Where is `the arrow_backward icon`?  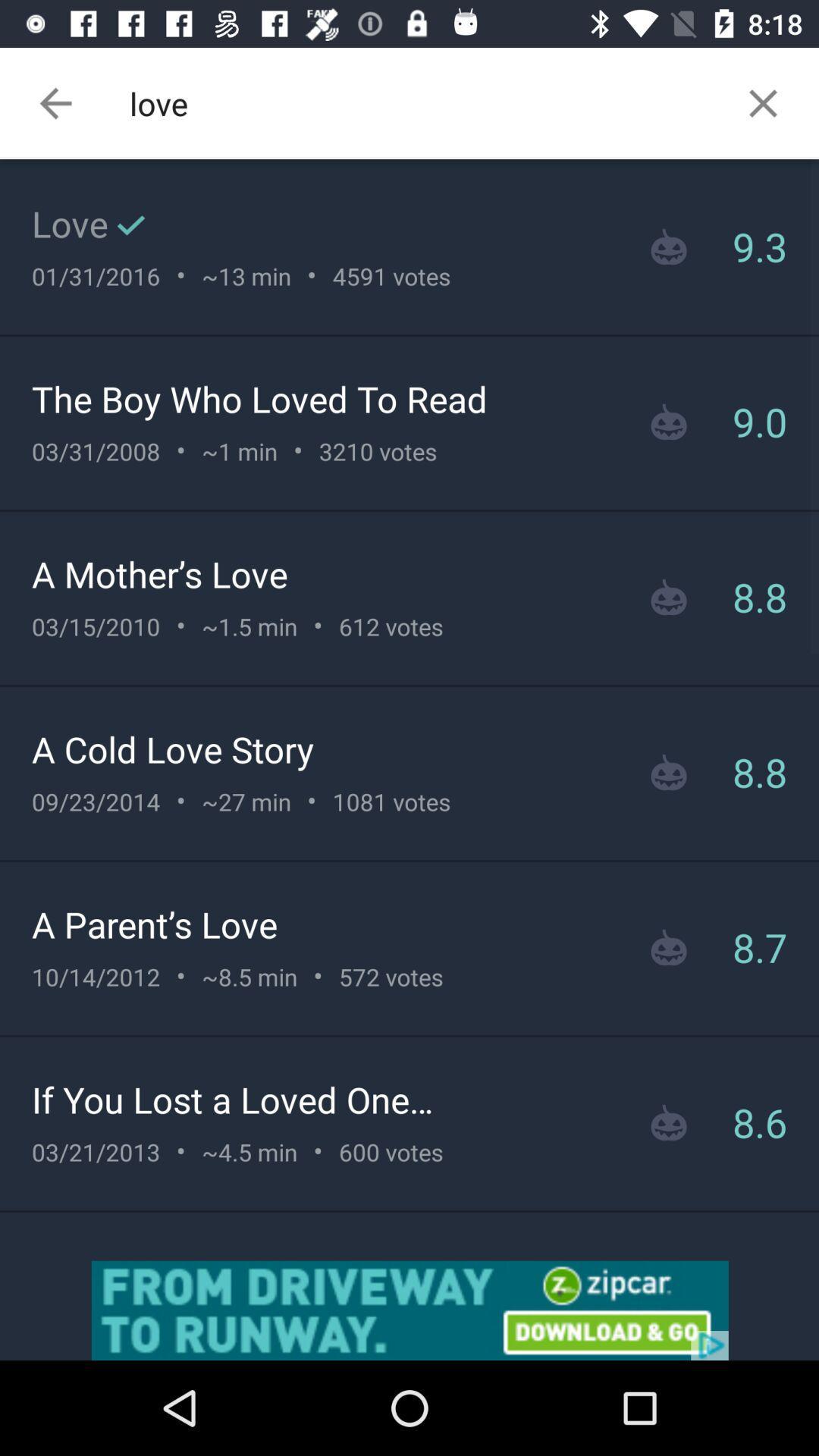
the arrow_backward icon is located at coordinates (55, 102).